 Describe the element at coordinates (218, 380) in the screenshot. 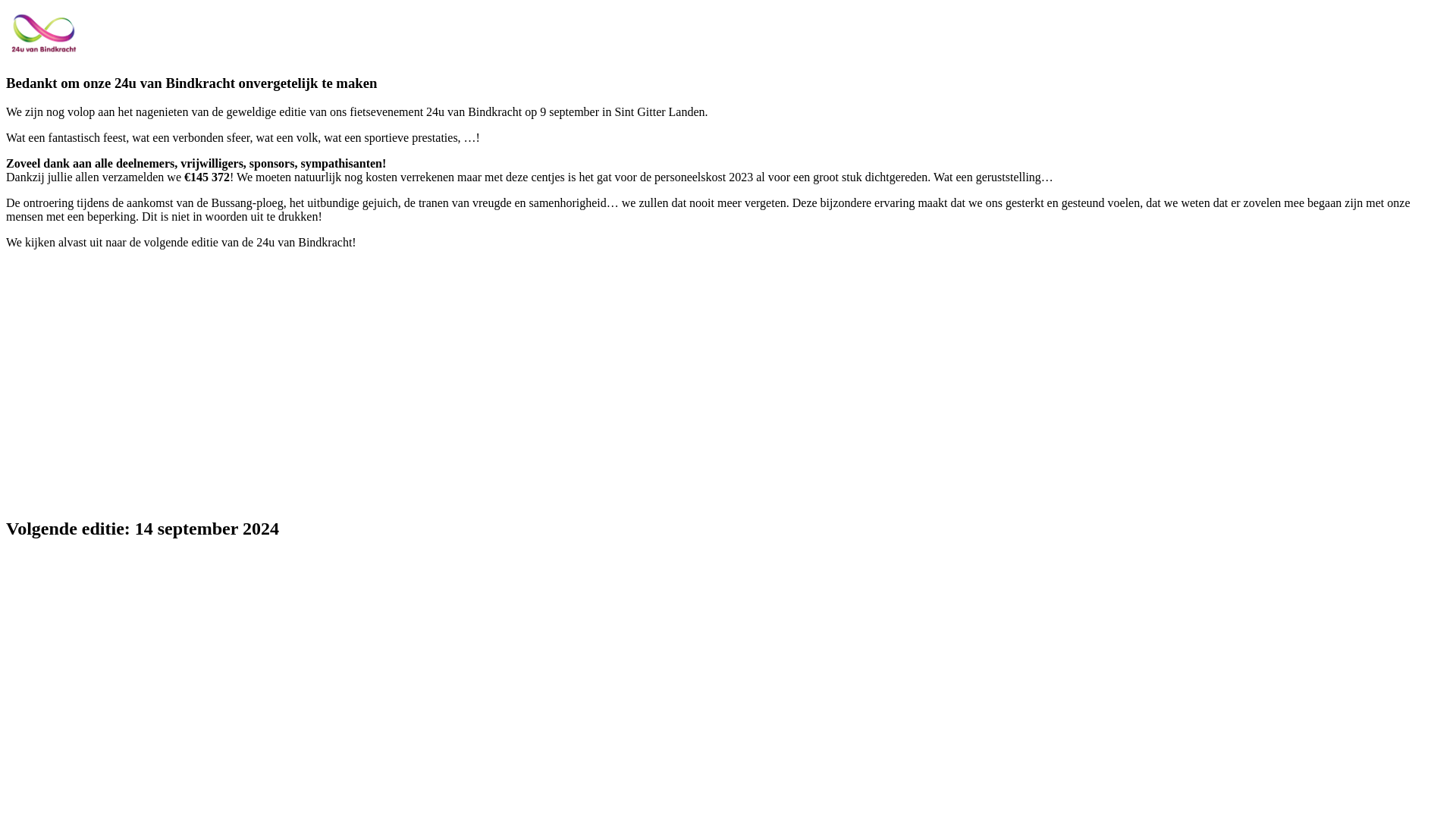

I see `'YouTube video player'` at that location.